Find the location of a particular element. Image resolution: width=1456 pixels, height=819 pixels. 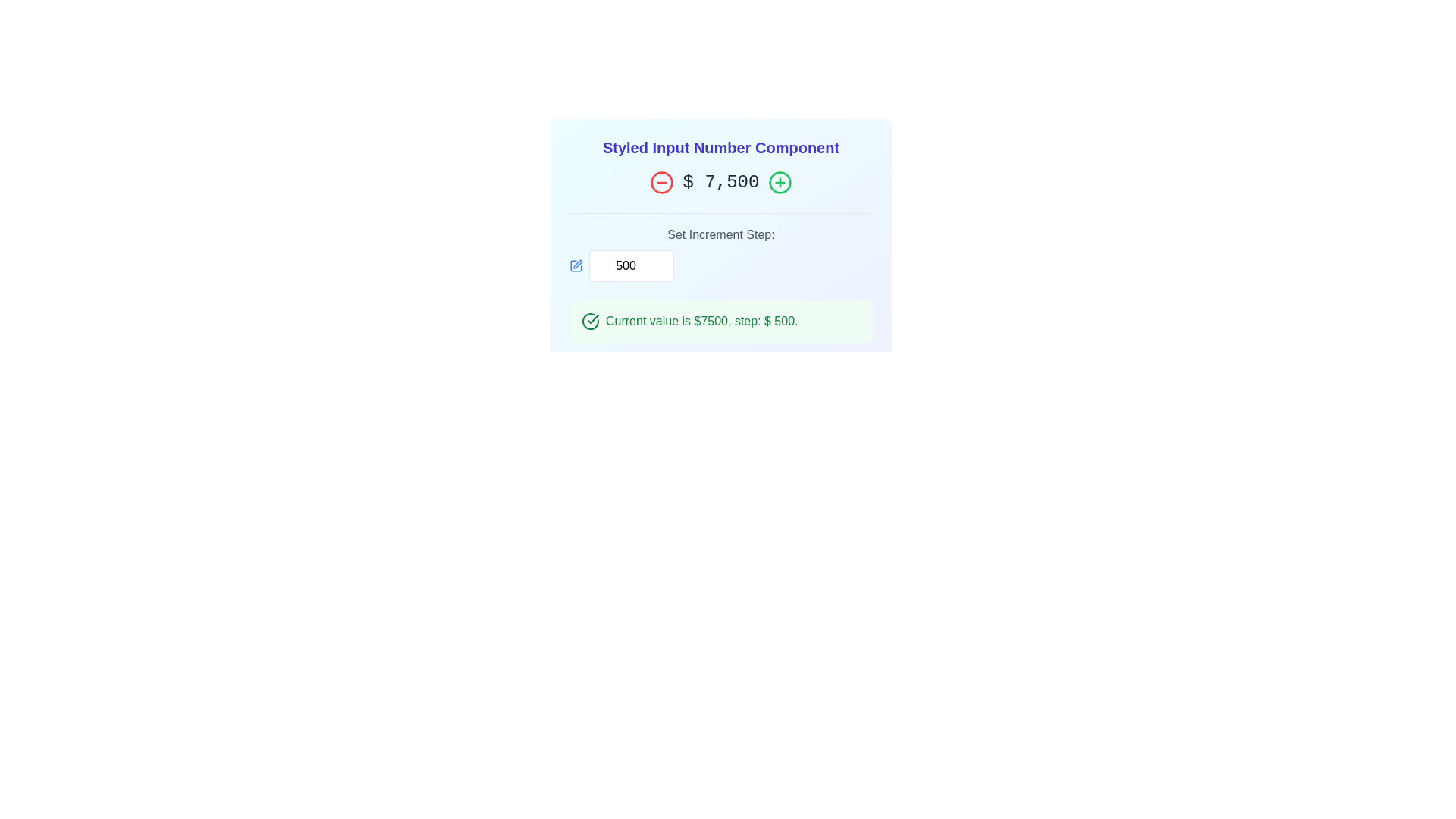

the icon button located to the left of the number input field is located at coordinates (575, 265).